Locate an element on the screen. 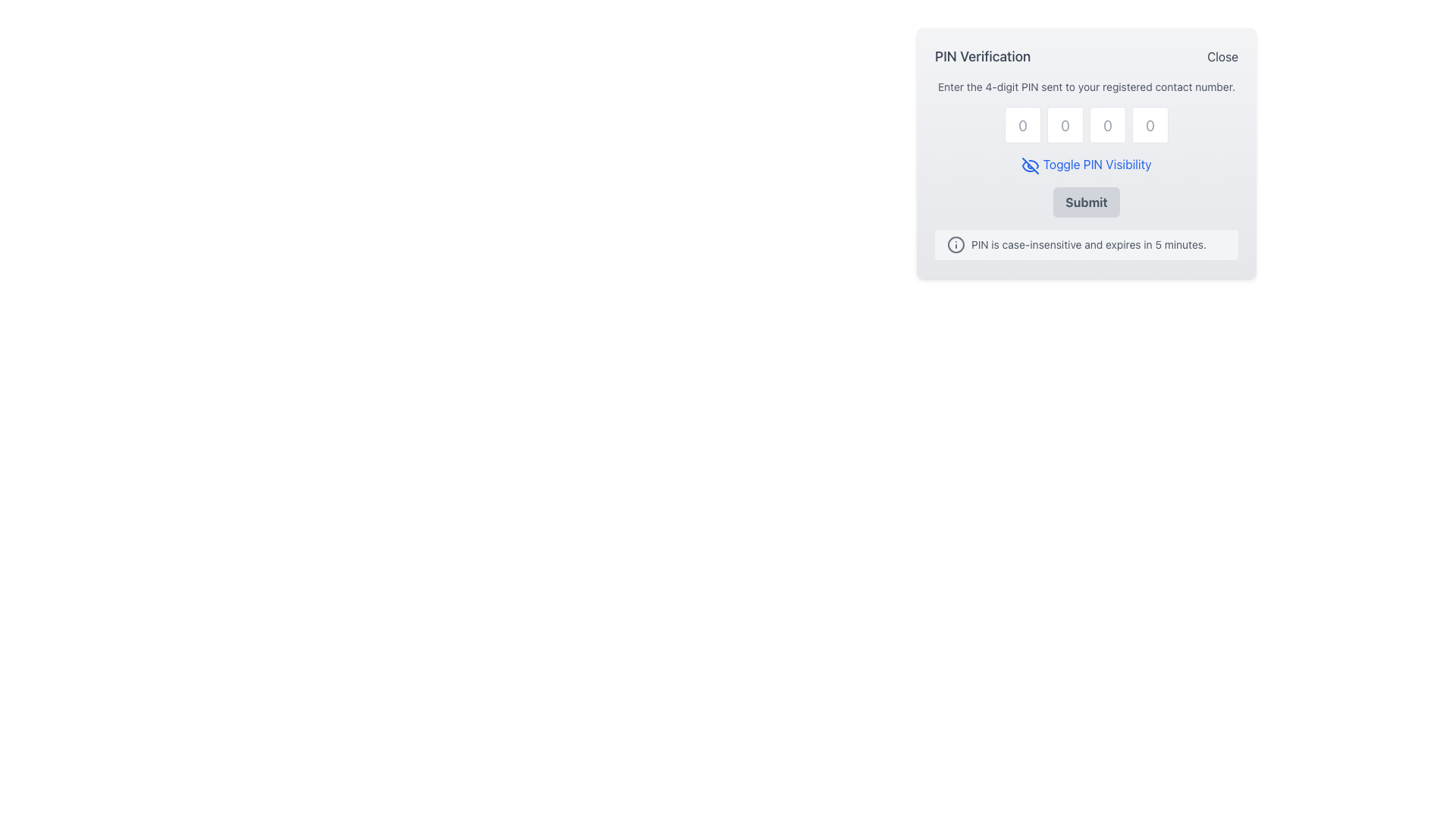  the icon button located above the 'Submit' button, aligned with the text label 'Toggle PIN Visibility' is located at coordinates (1031, 165).